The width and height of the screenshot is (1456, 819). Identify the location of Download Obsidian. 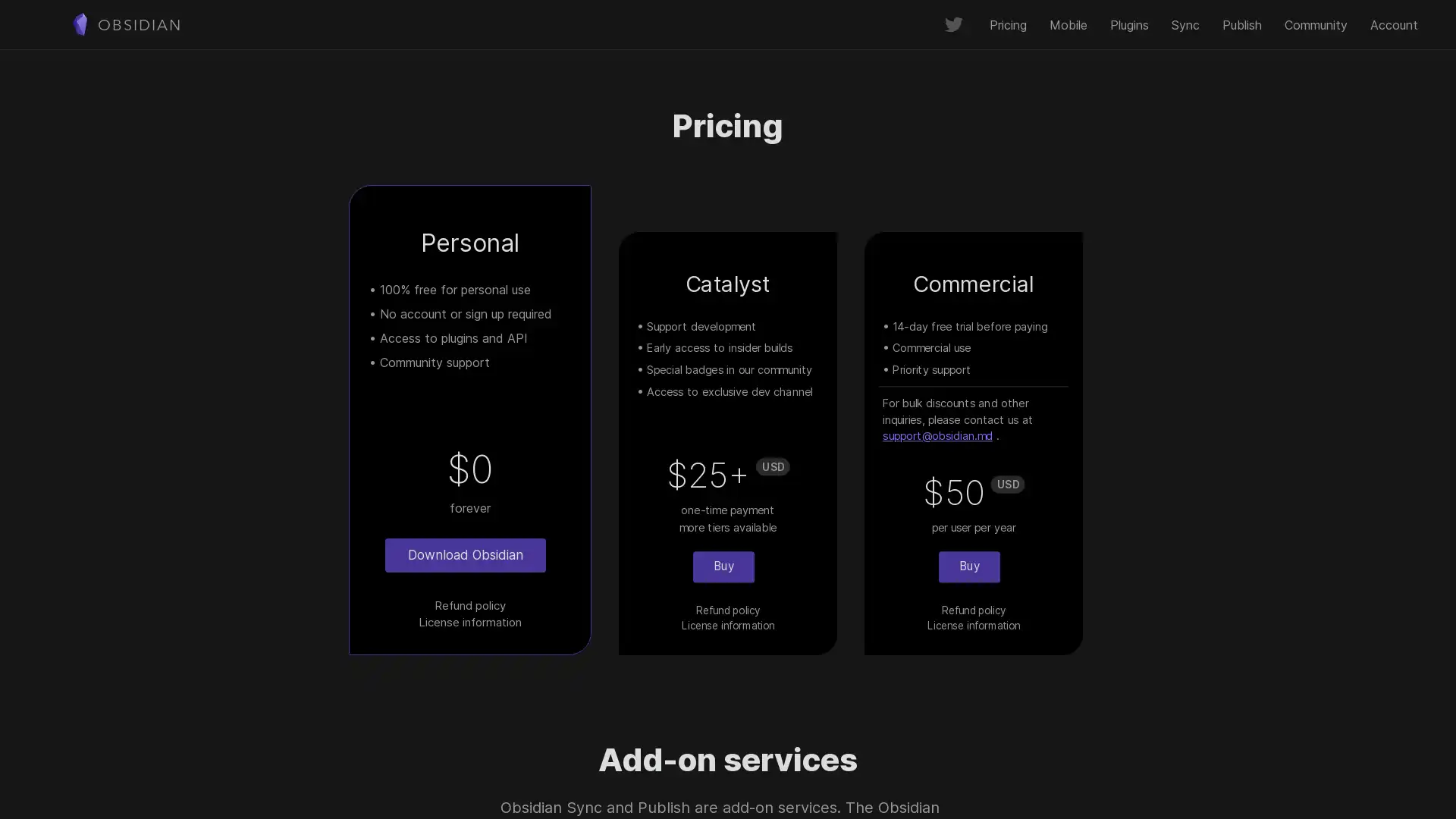
(465, 555).